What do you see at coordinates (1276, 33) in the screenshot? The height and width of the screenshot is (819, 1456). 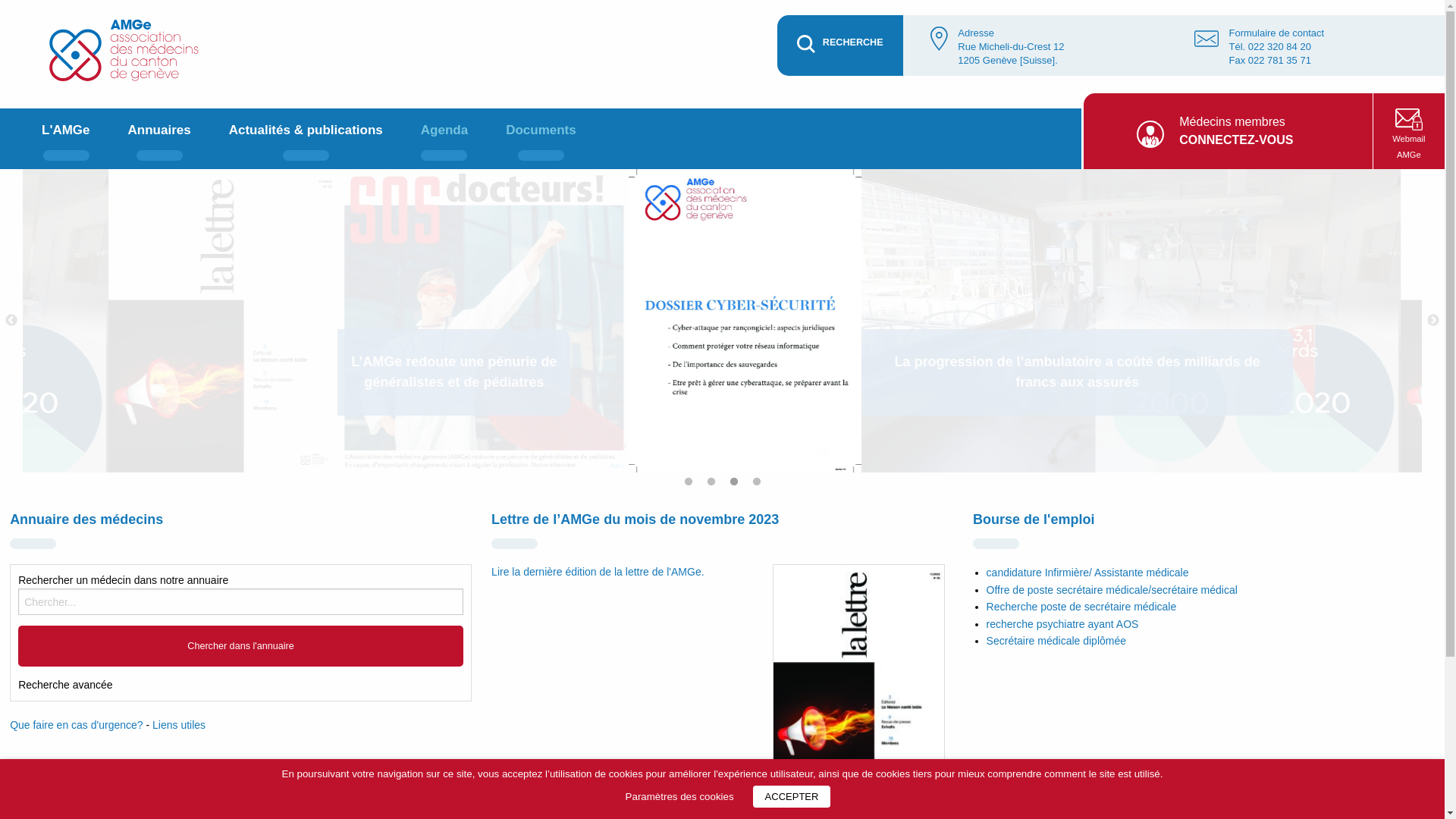 I see `'Formulaire de contact'` at bounding box center [1276, 33].